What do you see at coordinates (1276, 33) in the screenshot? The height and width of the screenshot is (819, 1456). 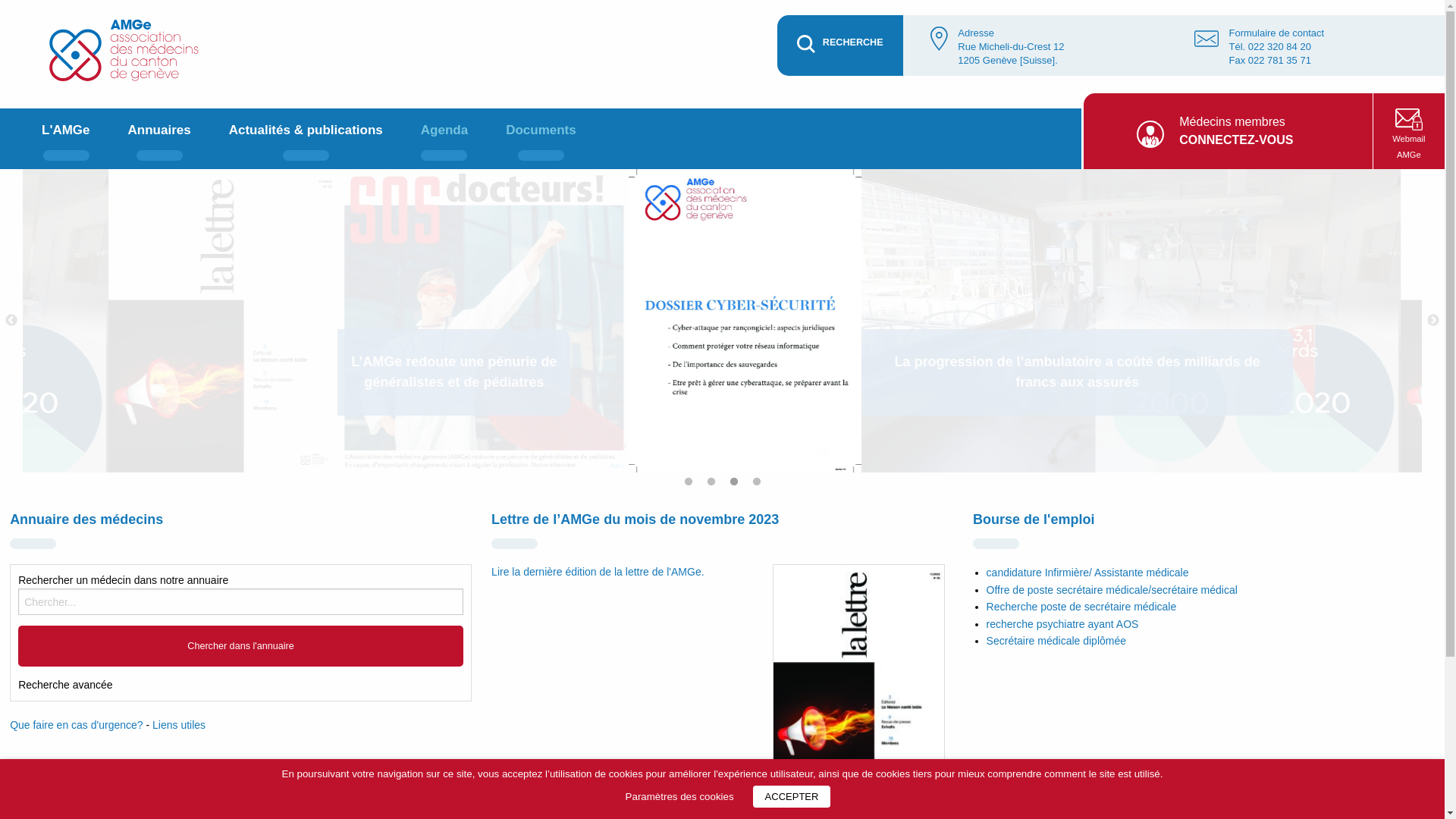 I see `'Formulaire de contact'` at bounding box center [1276, 33].